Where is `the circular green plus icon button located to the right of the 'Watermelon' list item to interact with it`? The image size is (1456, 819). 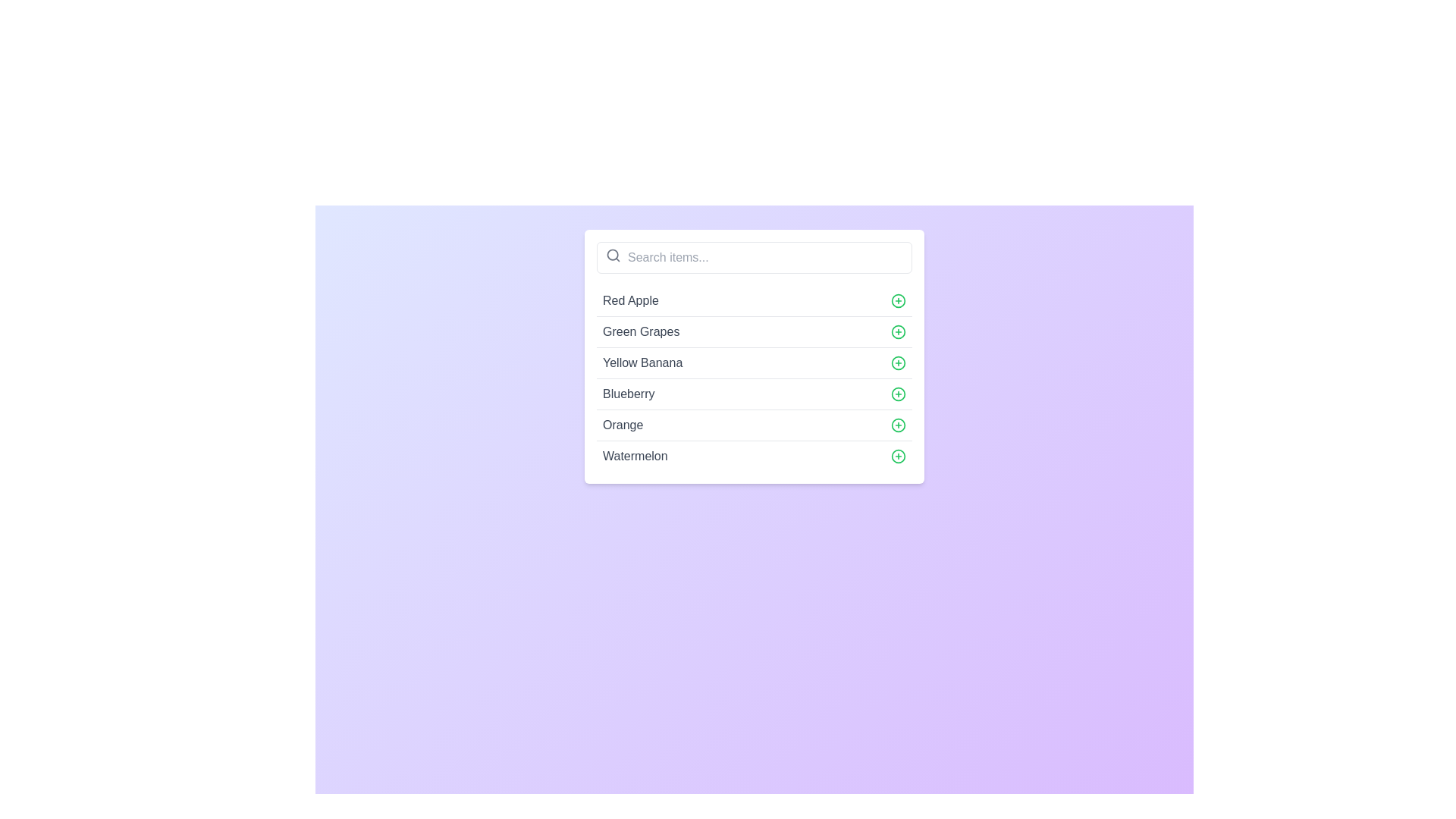
the circular green plus icon button located to the right of the 'Watermelon' list item to interact with it is located at coordinates (899, 455).